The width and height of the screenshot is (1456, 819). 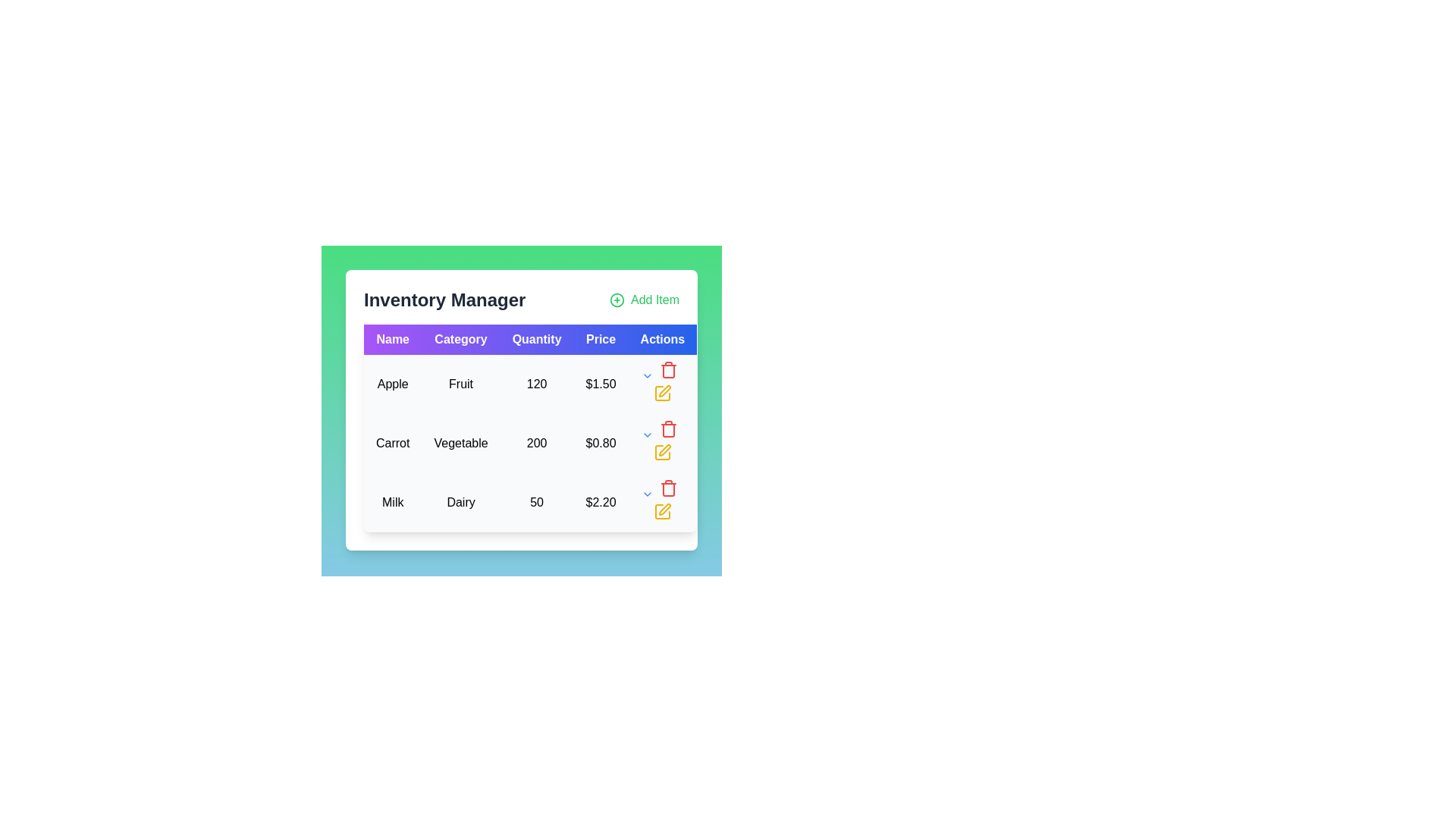 I want to click on label text of the Table Header Cell located between the 'Name' and 'Quantity' cells in the header row of the table, so click(x=460, y=338).